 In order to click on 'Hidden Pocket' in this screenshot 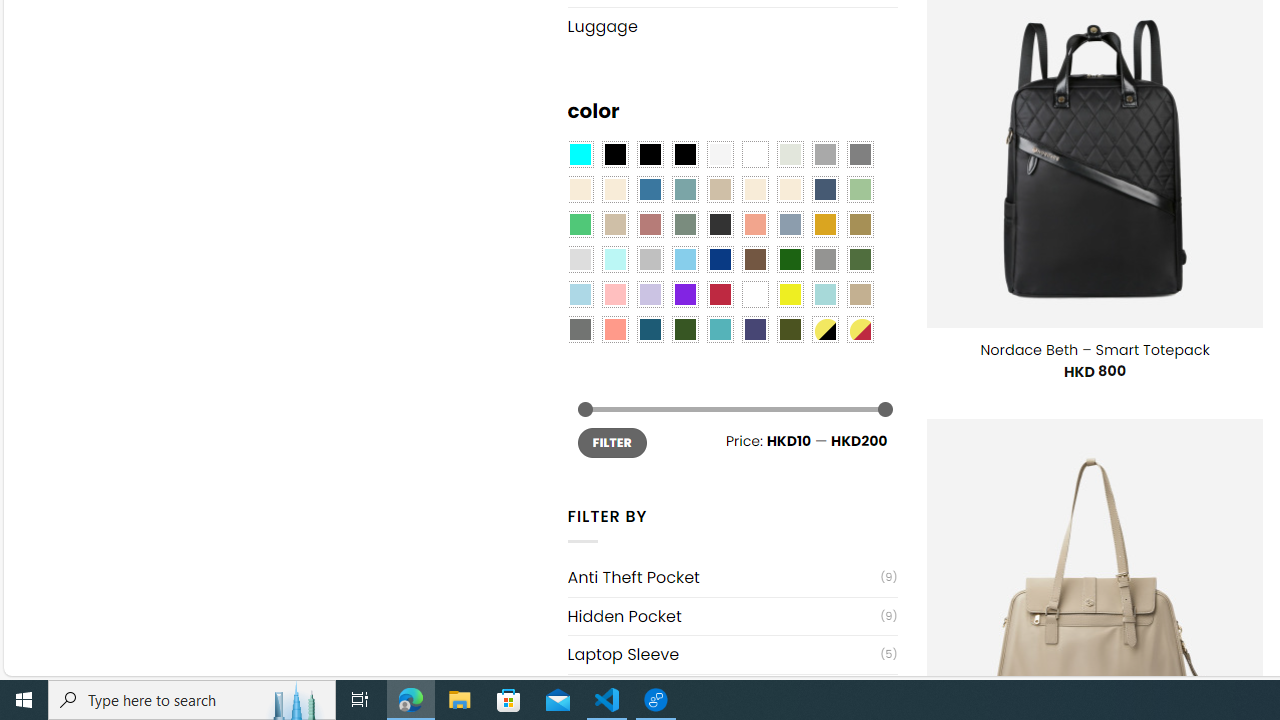, I will do `click(722, 615)`.